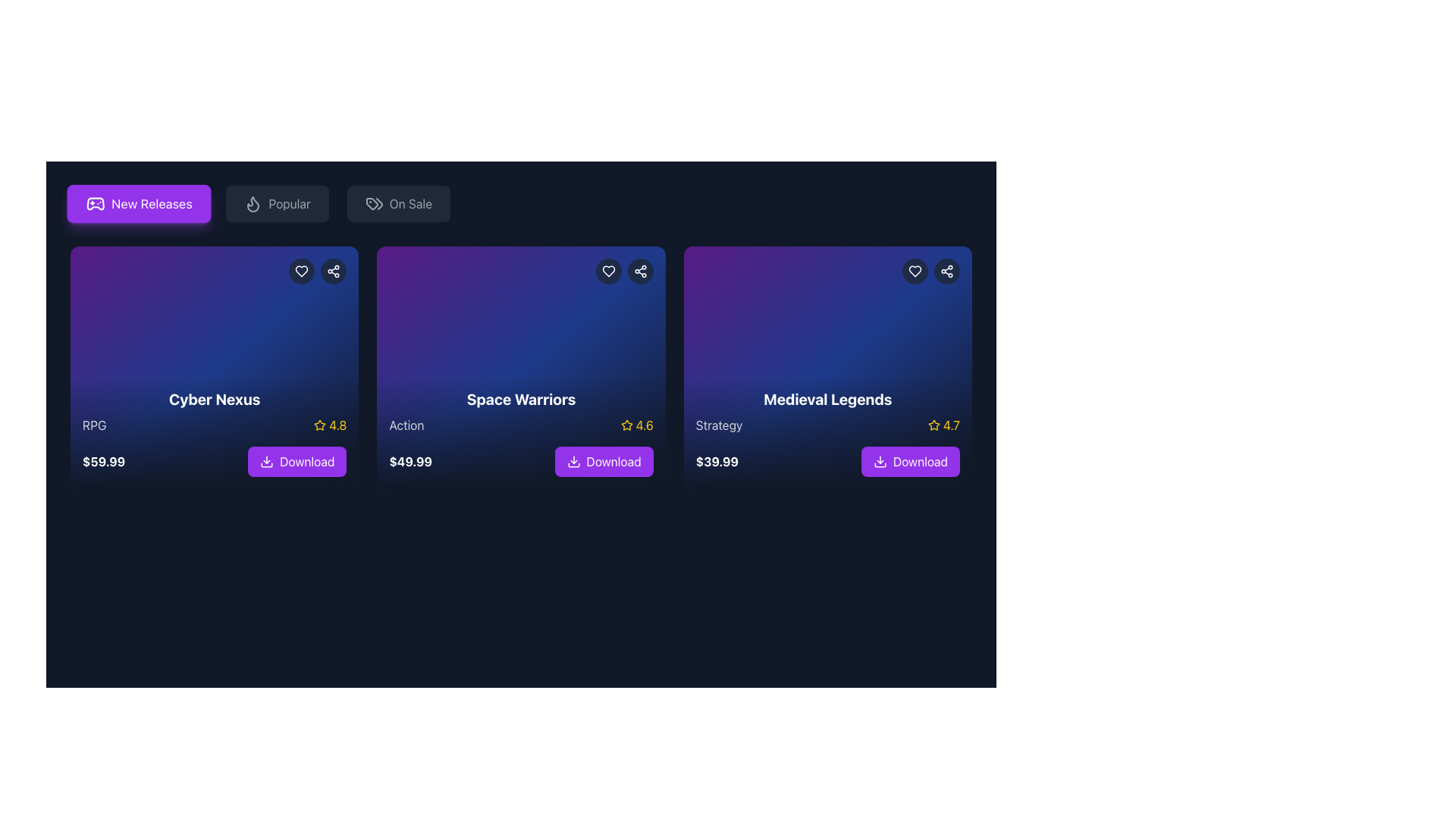 This screenshot has height=819, width=1456. Describe the element at coordinates (827, 399) in the screenshot. I see `the prominent bold white text displaying 'Medieval Legends' located at the top of its card, which is the third card in a series of horizontally aligned cards` at that location.